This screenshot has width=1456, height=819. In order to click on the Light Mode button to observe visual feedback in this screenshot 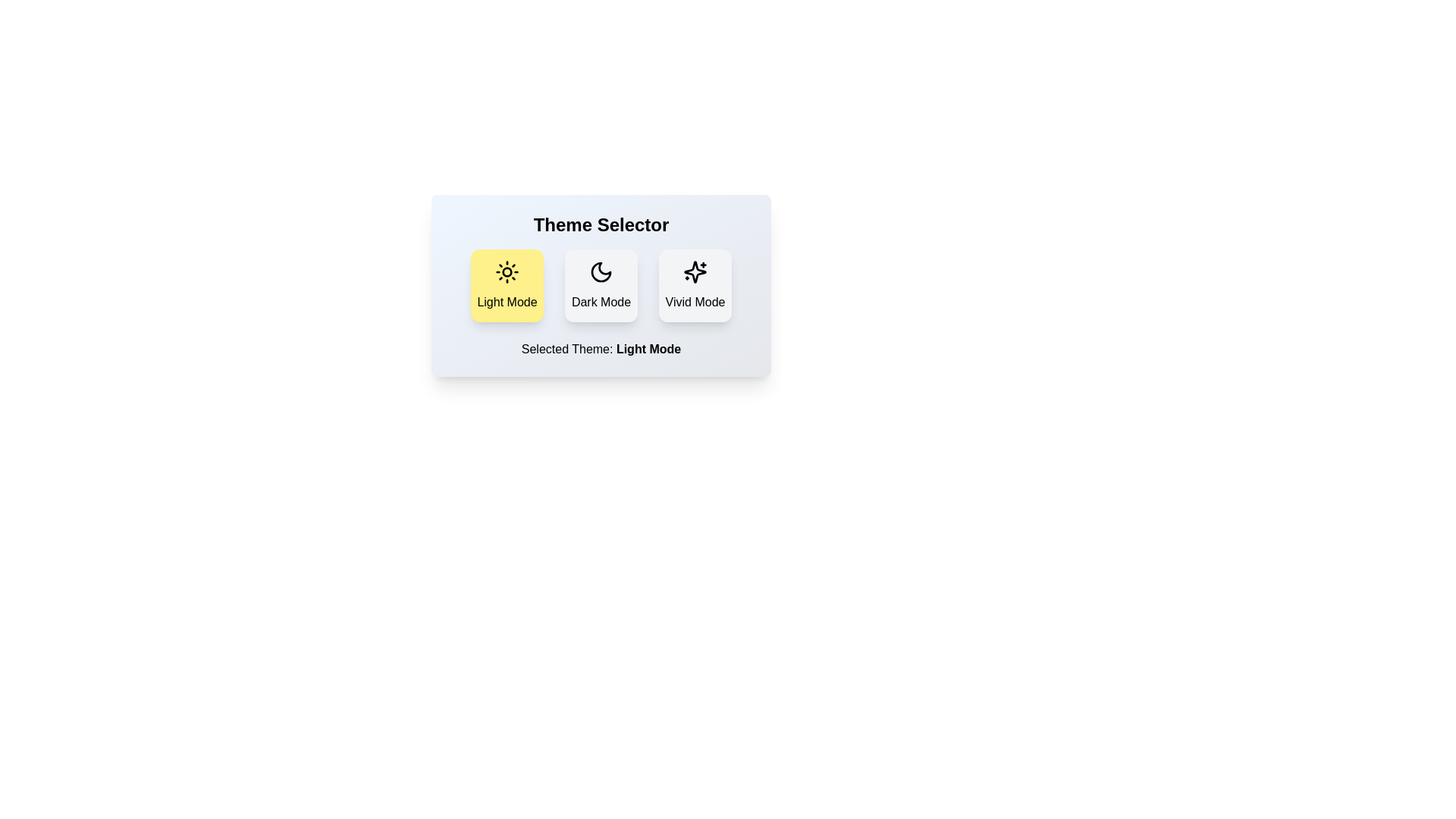, I will do `click(507, 286)`.